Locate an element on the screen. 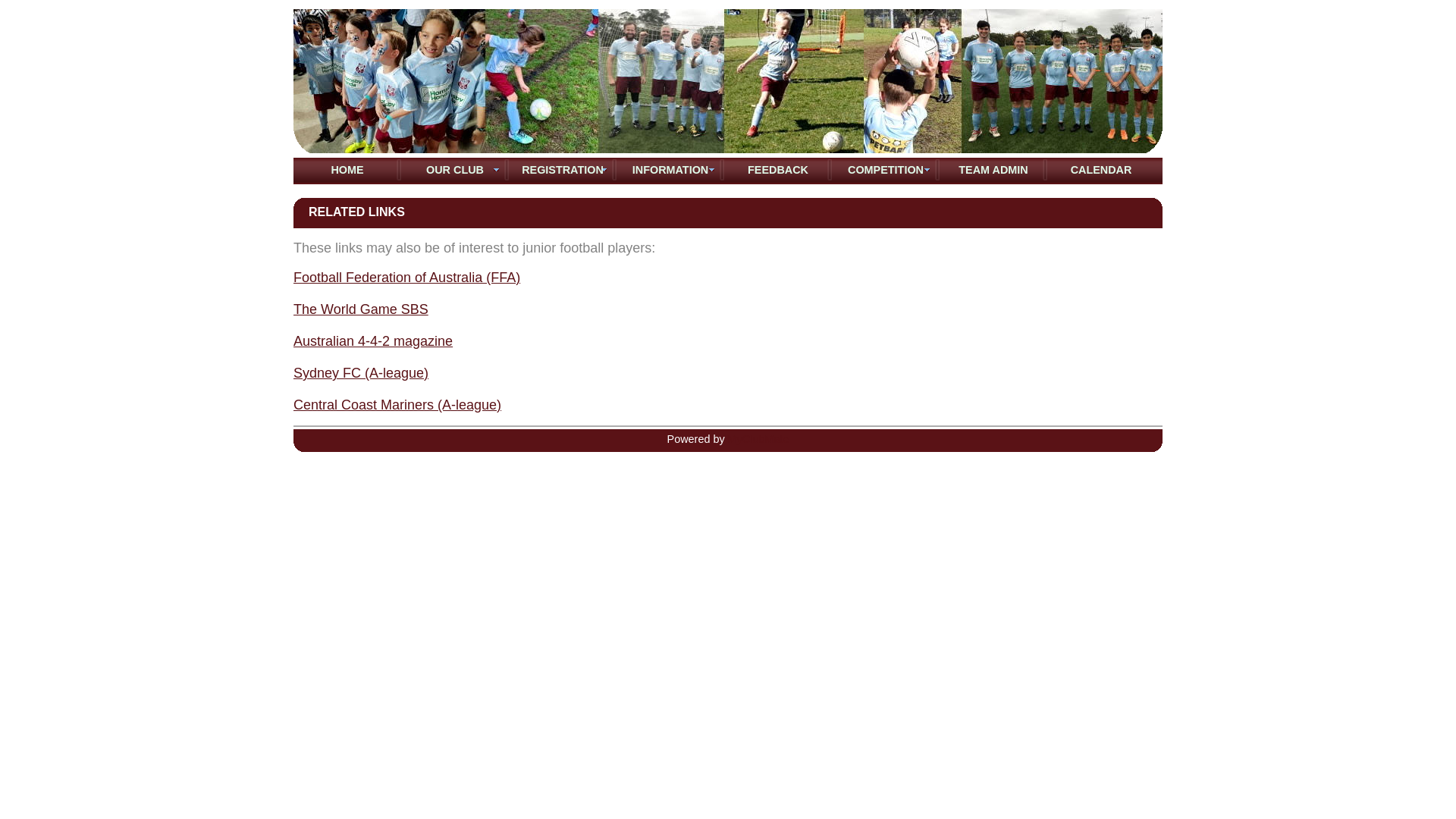 The image size is (1456, 819). 'INFORMATION' is located at coordinates (669, 169).